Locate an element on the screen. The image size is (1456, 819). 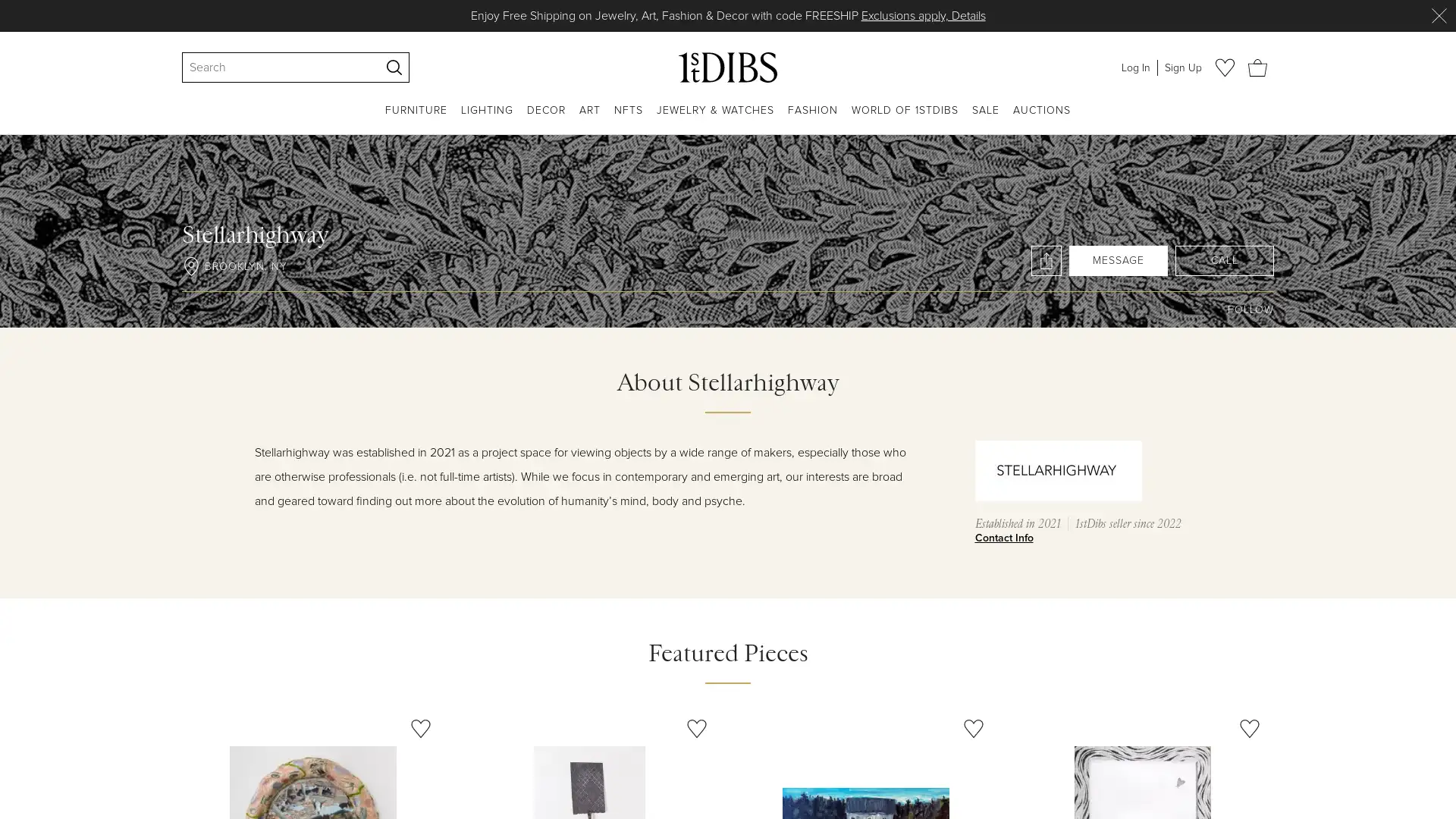
Close is located at coordinates (1438, 15).